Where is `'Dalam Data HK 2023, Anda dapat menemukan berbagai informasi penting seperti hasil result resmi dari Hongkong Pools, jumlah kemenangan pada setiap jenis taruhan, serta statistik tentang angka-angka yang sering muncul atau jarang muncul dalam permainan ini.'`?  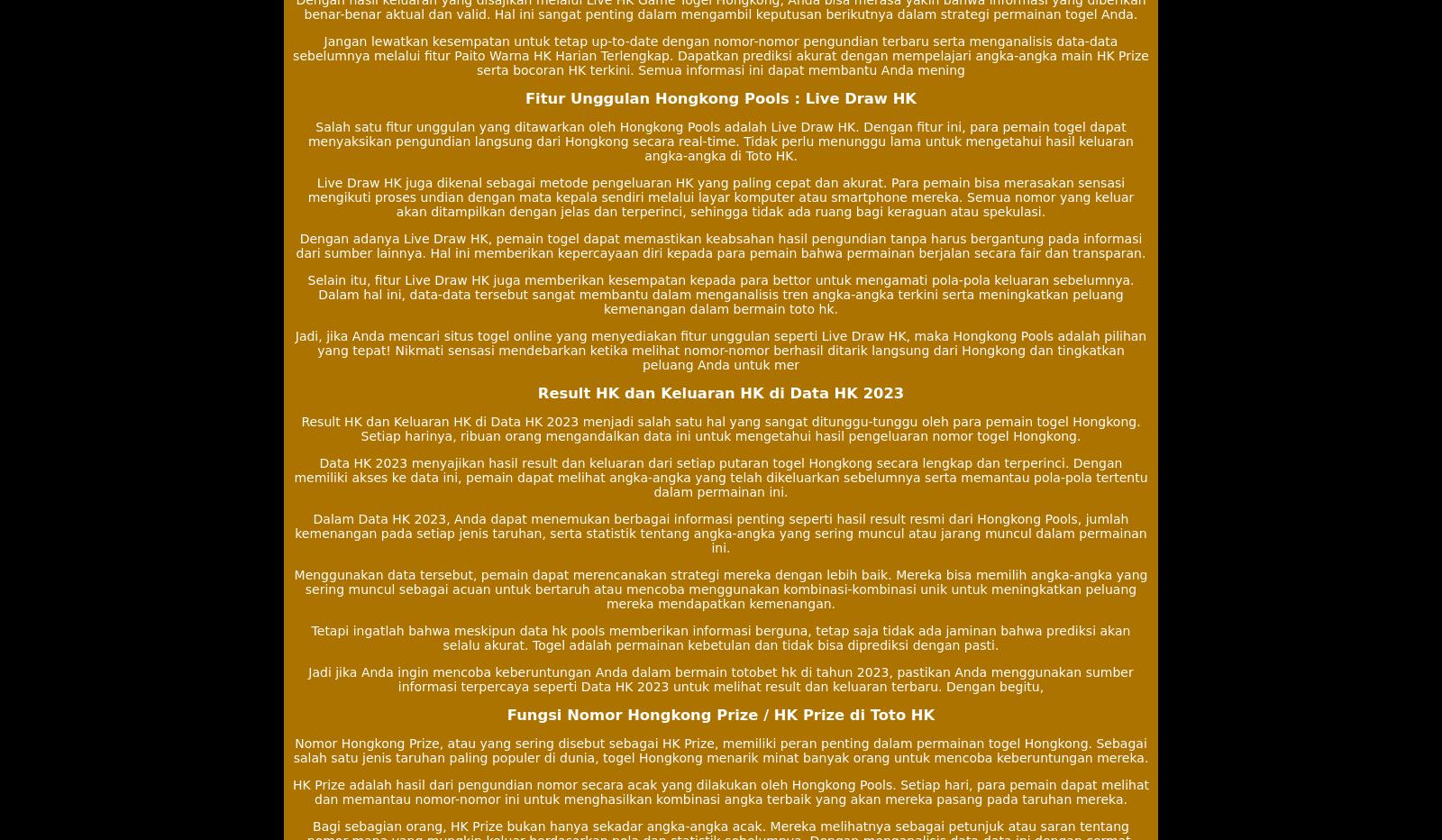 'Dalam Data HK 2023, Anda dapat menemukan berbagai informasi penting seperti hasil result resmi dari Hongkong Pools, jumlah kemenangan pada setiap jenis taruhan, serta statistik tentang angka-angka yang sering muncul atau jarang muncul dalam permainan ini.' is located at coordinates (720, 533).